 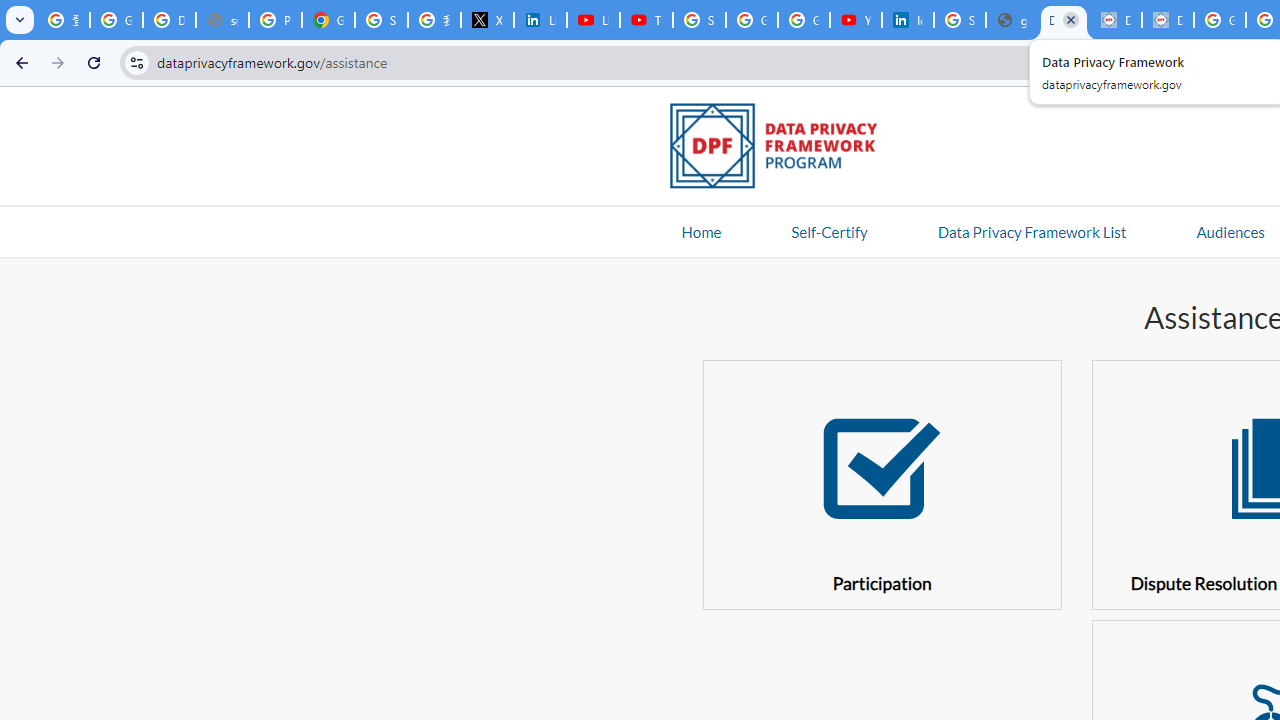 I want to click on 'Privacy Help Center - Policies Help', so click(x=274, y=20).